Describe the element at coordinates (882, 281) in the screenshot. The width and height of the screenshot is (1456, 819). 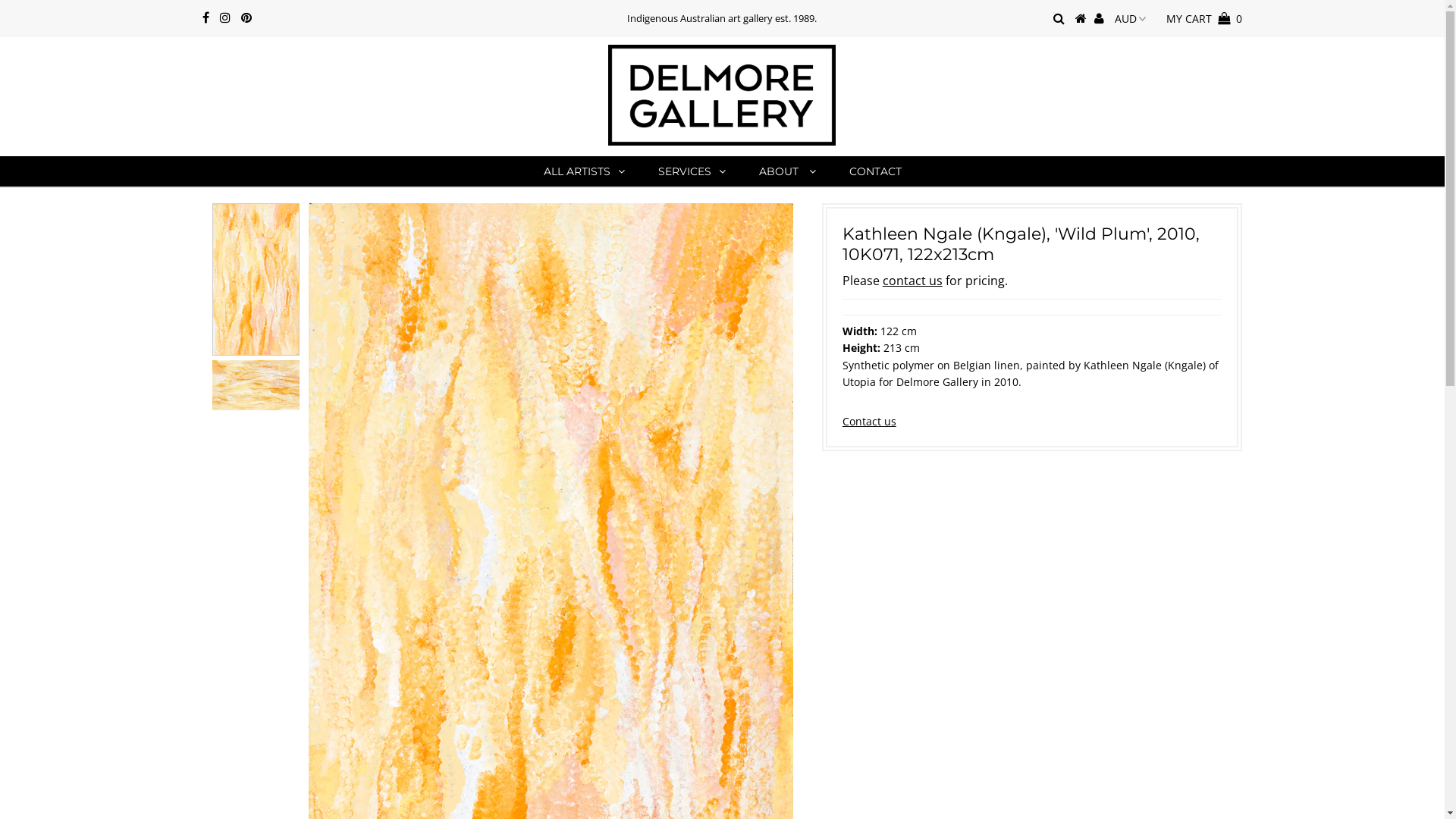
I see `'contact us'` at that location.